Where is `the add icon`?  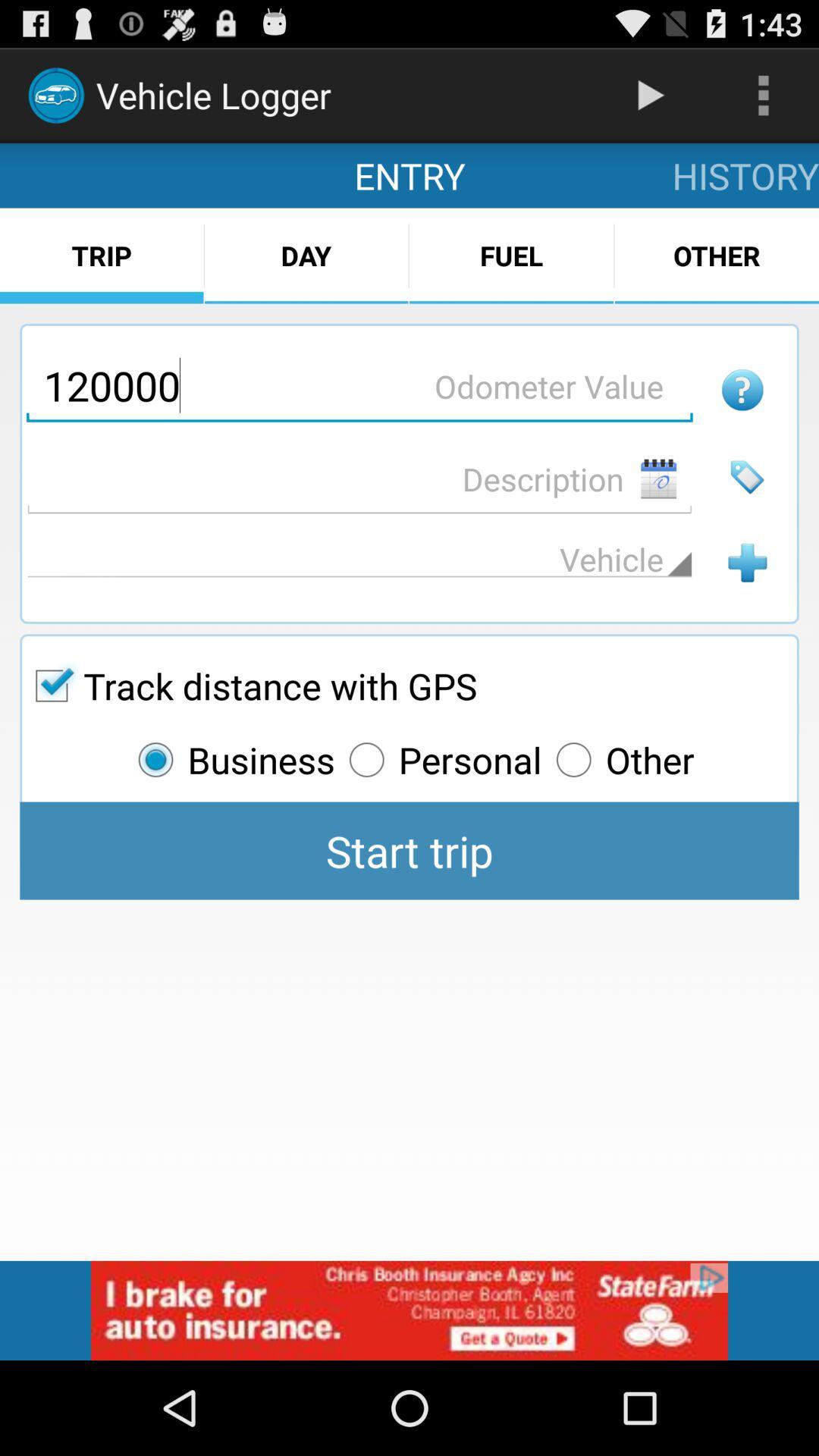 the add icon is located at coordinates (746, 601).